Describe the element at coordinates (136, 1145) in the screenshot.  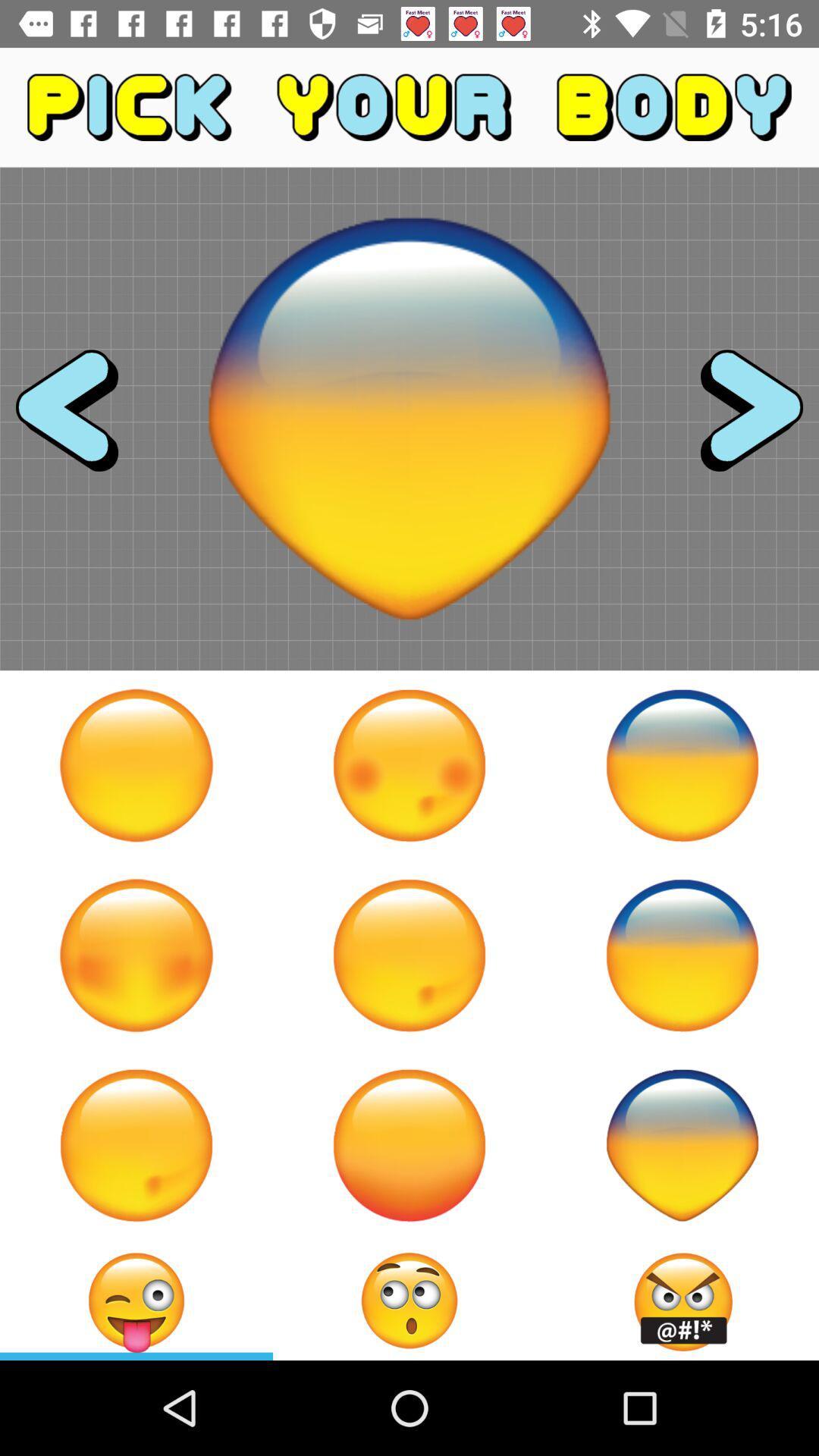
I see `body shape for smiley` at that location.